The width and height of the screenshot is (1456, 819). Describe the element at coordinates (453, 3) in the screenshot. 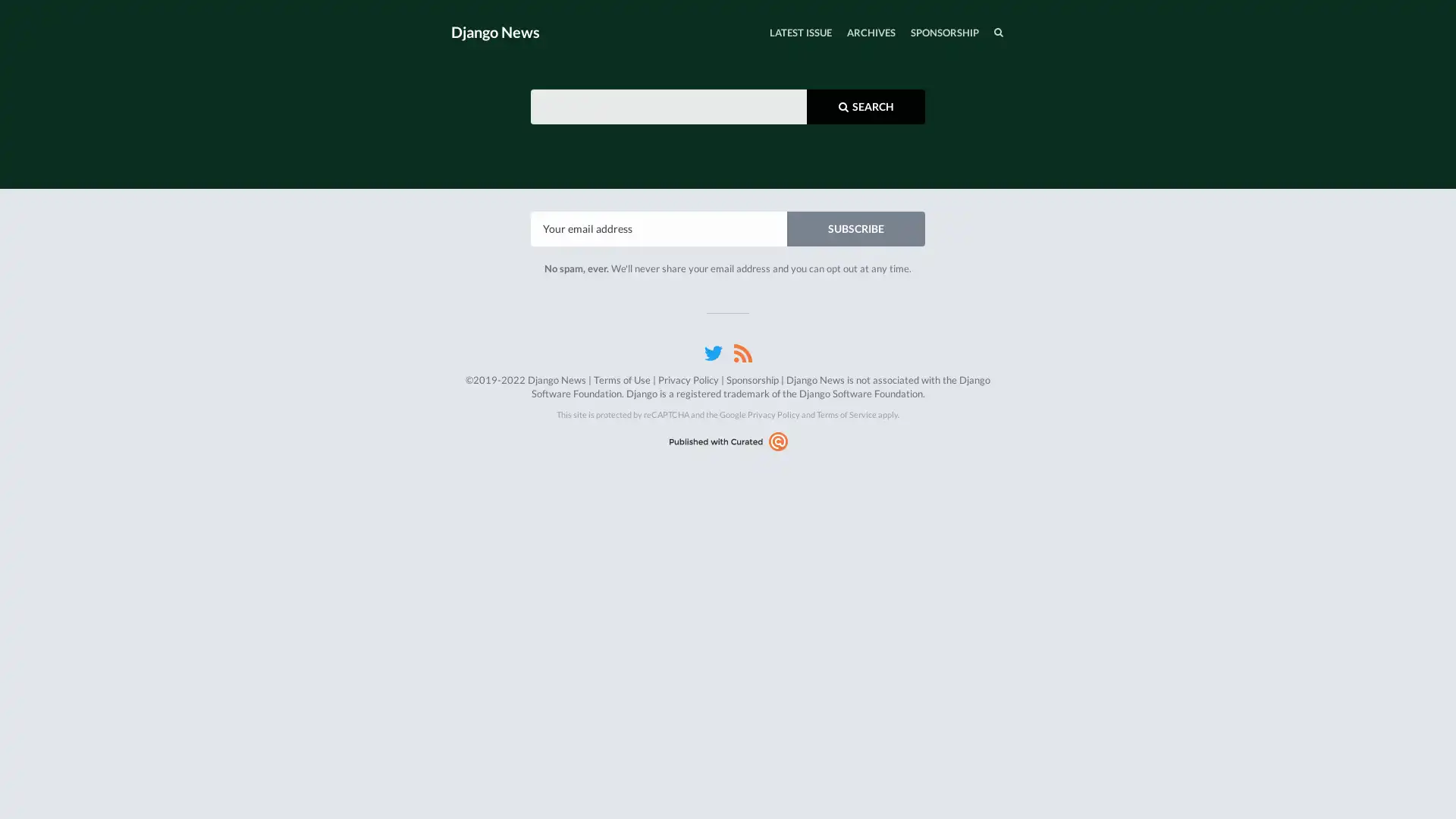

I see `TOGGLE MENU` at that location.